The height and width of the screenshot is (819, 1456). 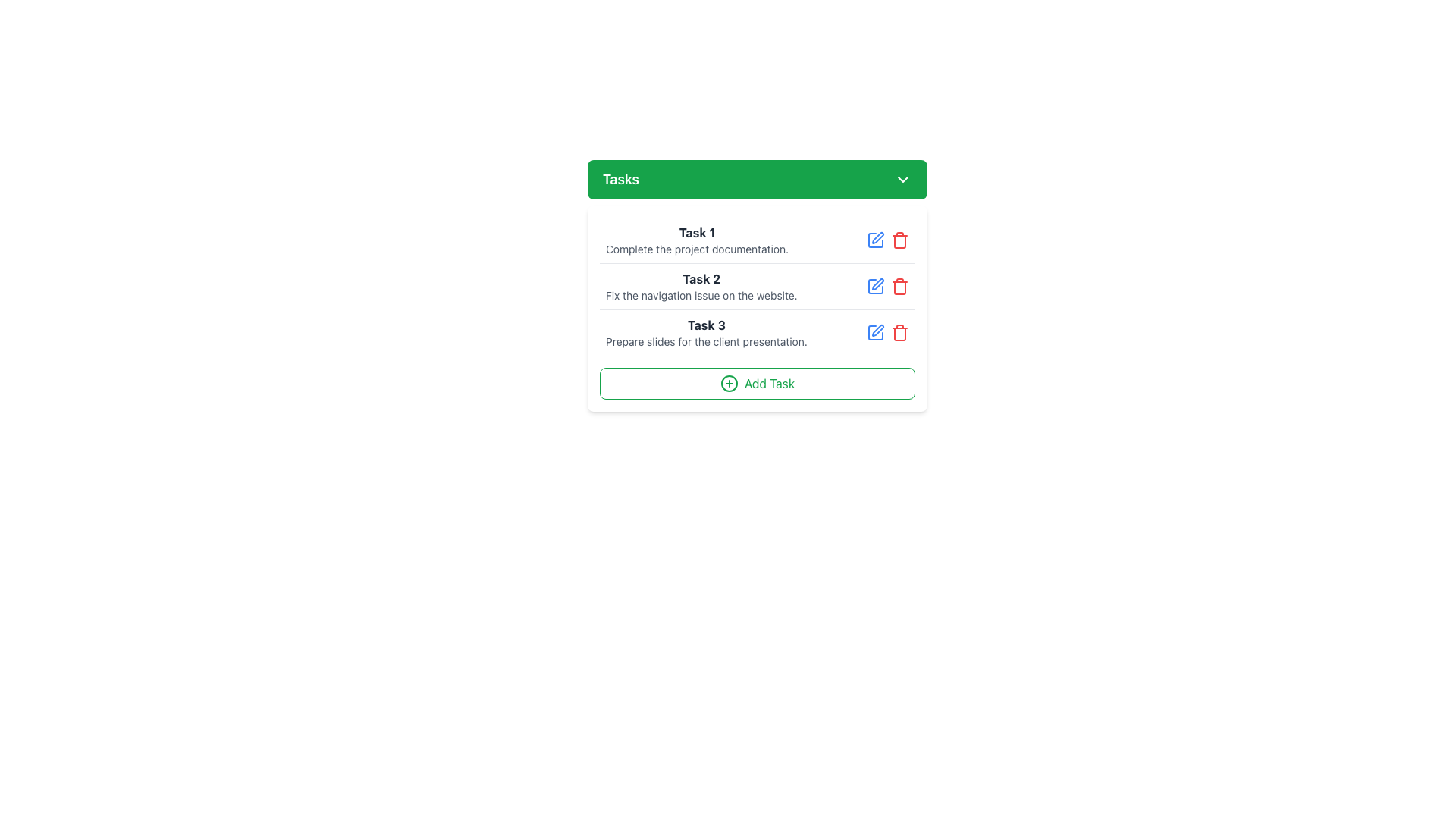 What do you see at coordinates (888, 287) in the screenshot?
I see `the red delete icon in the upper-right corner of the task action buttons` at bounding box center [888, 287].